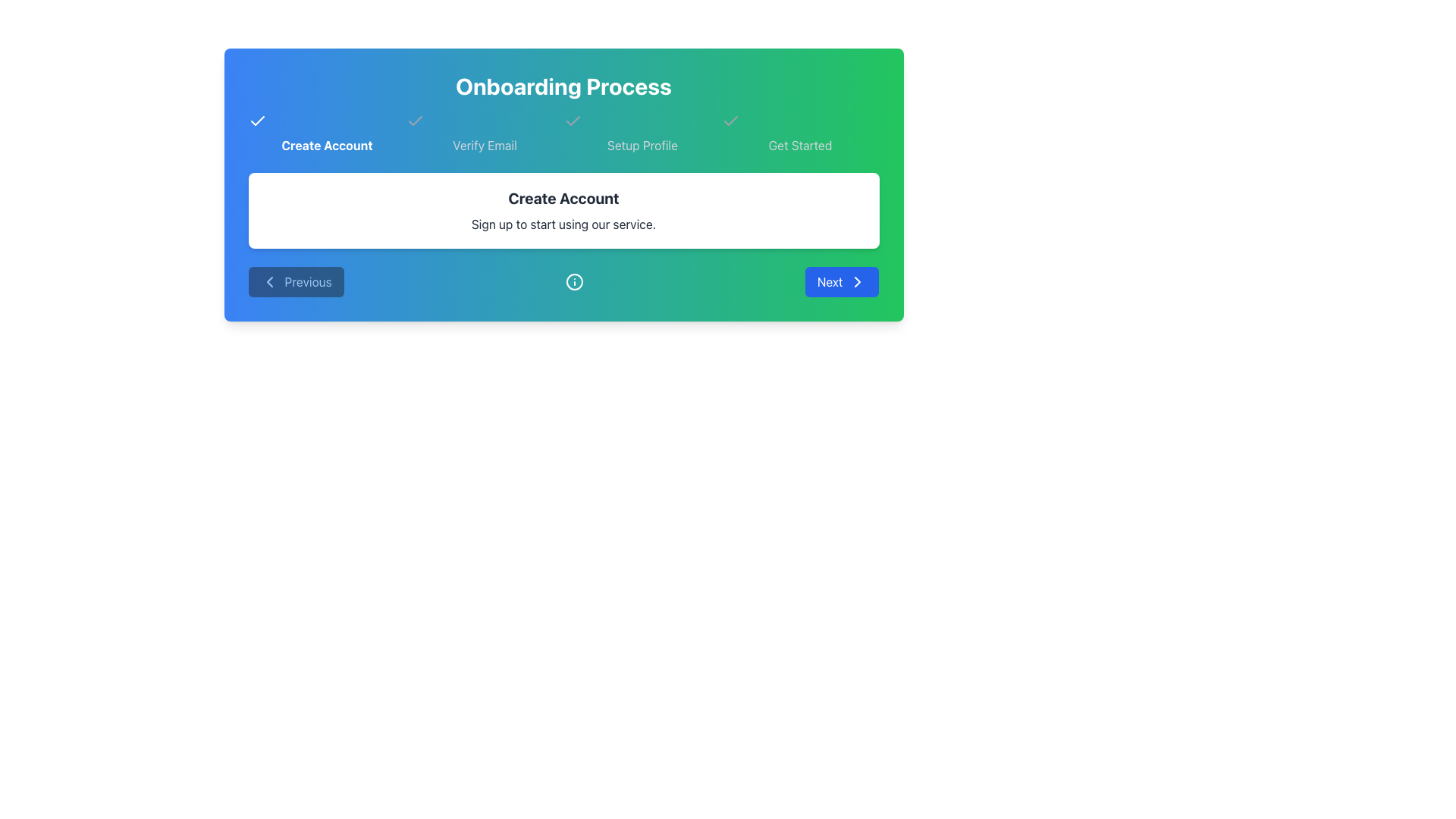  I want to click on the 'Previous' navigation button located at the bottom-left corner of the onboarding interface, which contains the icon for navigating to the previous step, so click(269, 281).